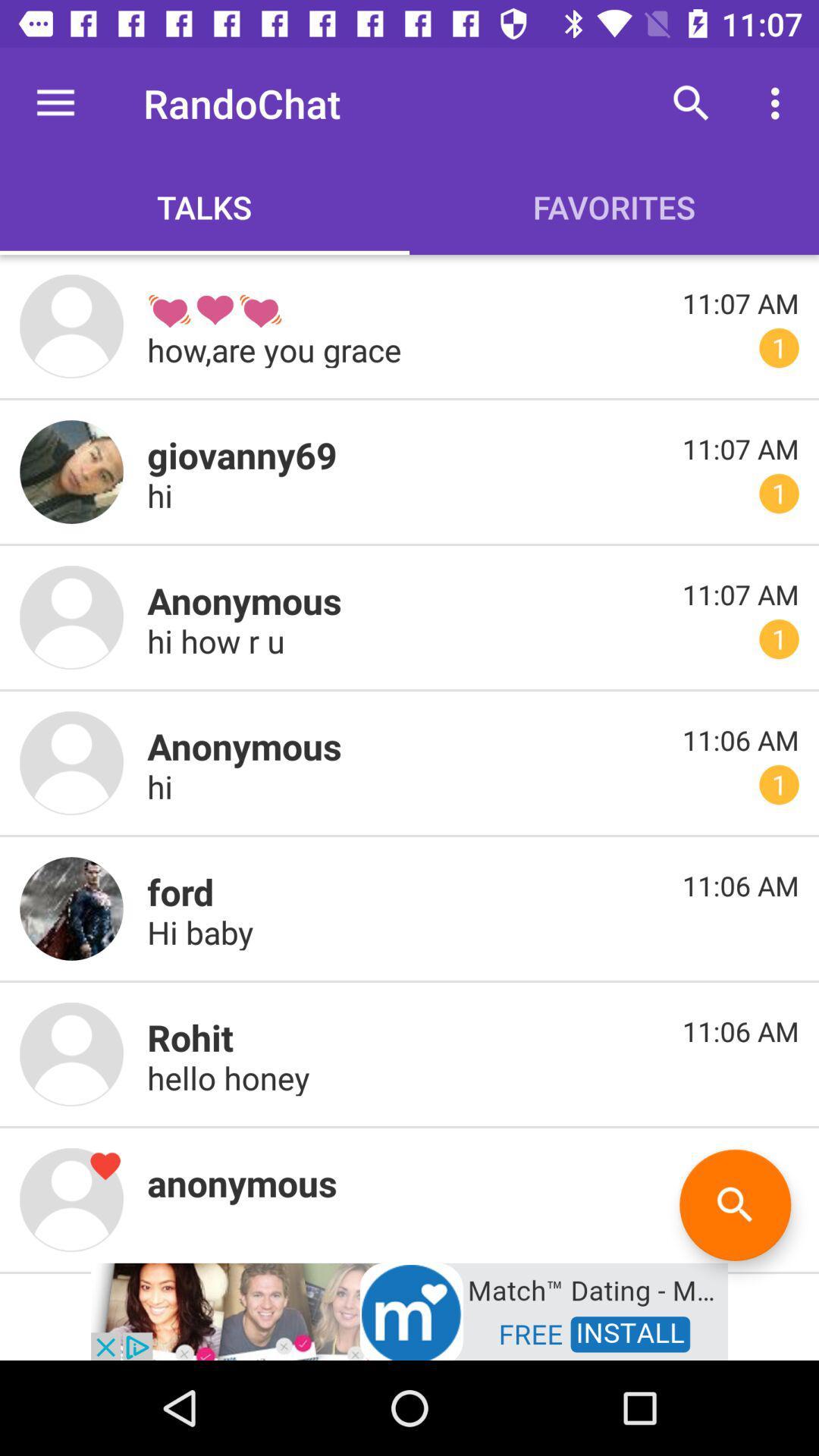 This screenshot has height=1456, width=819. I want to click on the search icon, so click(734, 1204).